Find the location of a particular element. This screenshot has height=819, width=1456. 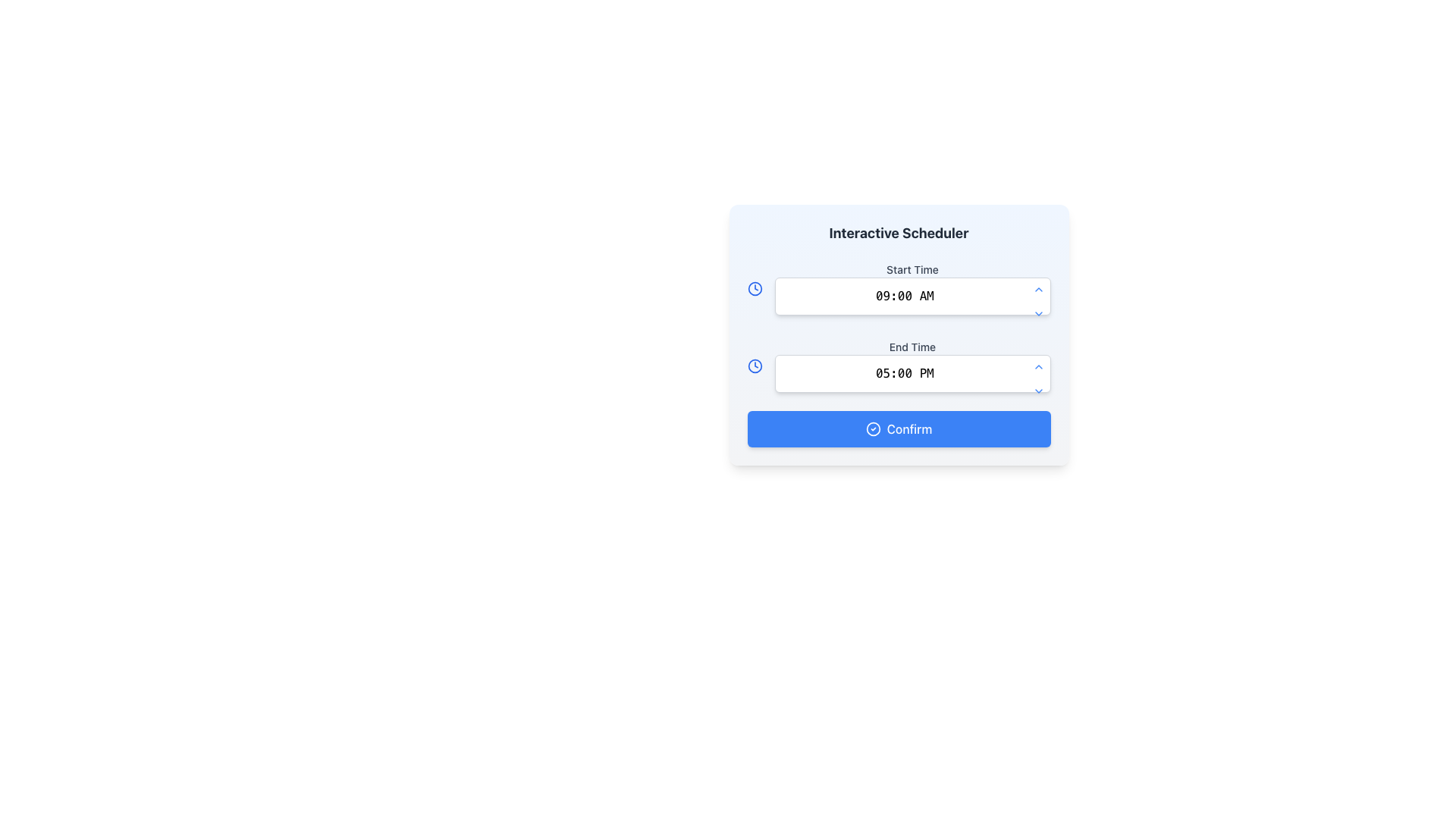

the static text label that describes the start time input field, which is centrally located in the upper section of the Interactive Scheduler form interface is located at coordinates (912, 268).